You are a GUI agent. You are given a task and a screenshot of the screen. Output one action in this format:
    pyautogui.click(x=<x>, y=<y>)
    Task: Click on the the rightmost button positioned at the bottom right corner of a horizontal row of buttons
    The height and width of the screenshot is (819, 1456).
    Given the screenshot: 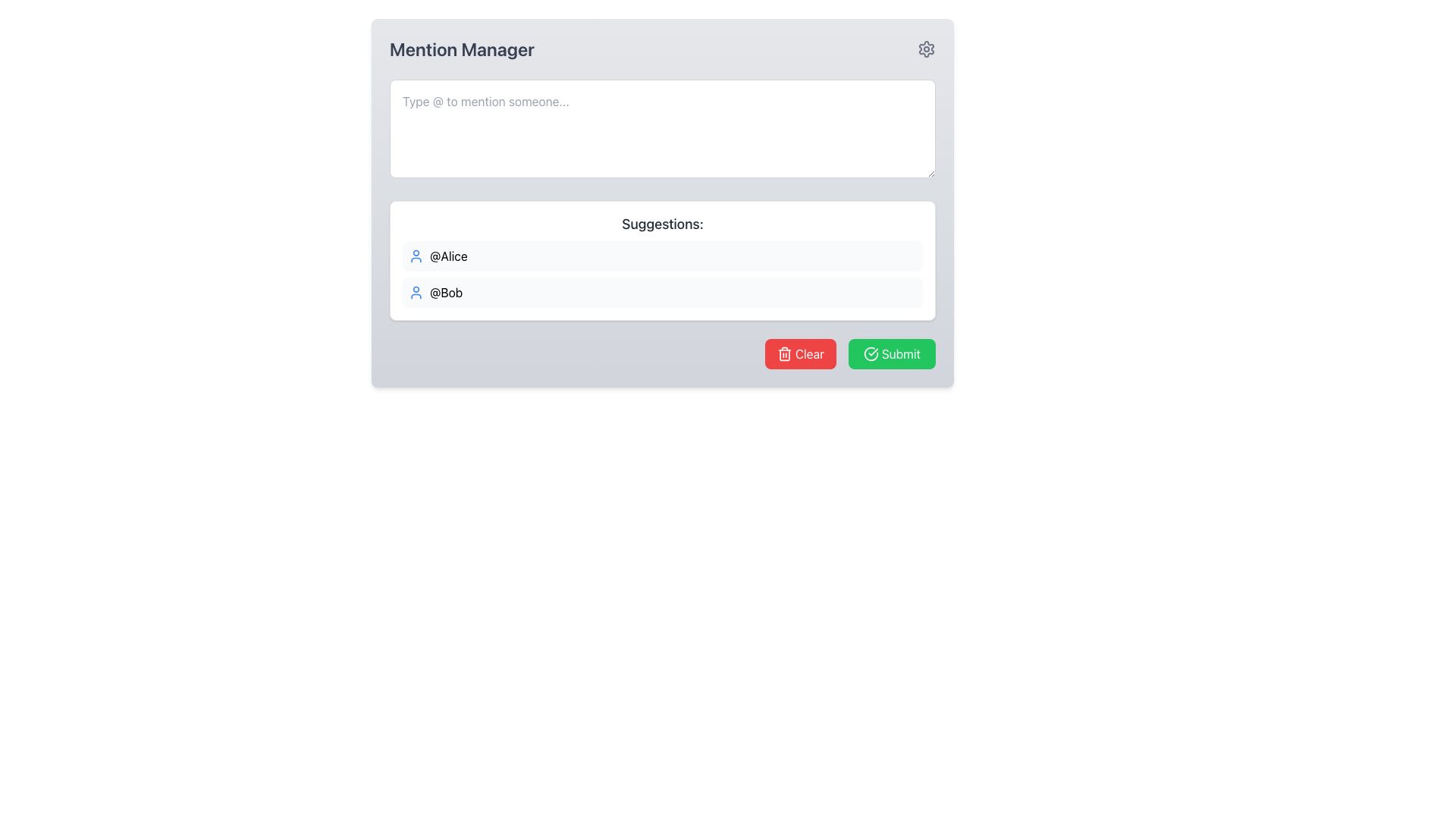 What is the action you would take?
    pyautogui.click(x=892, y=353)
    